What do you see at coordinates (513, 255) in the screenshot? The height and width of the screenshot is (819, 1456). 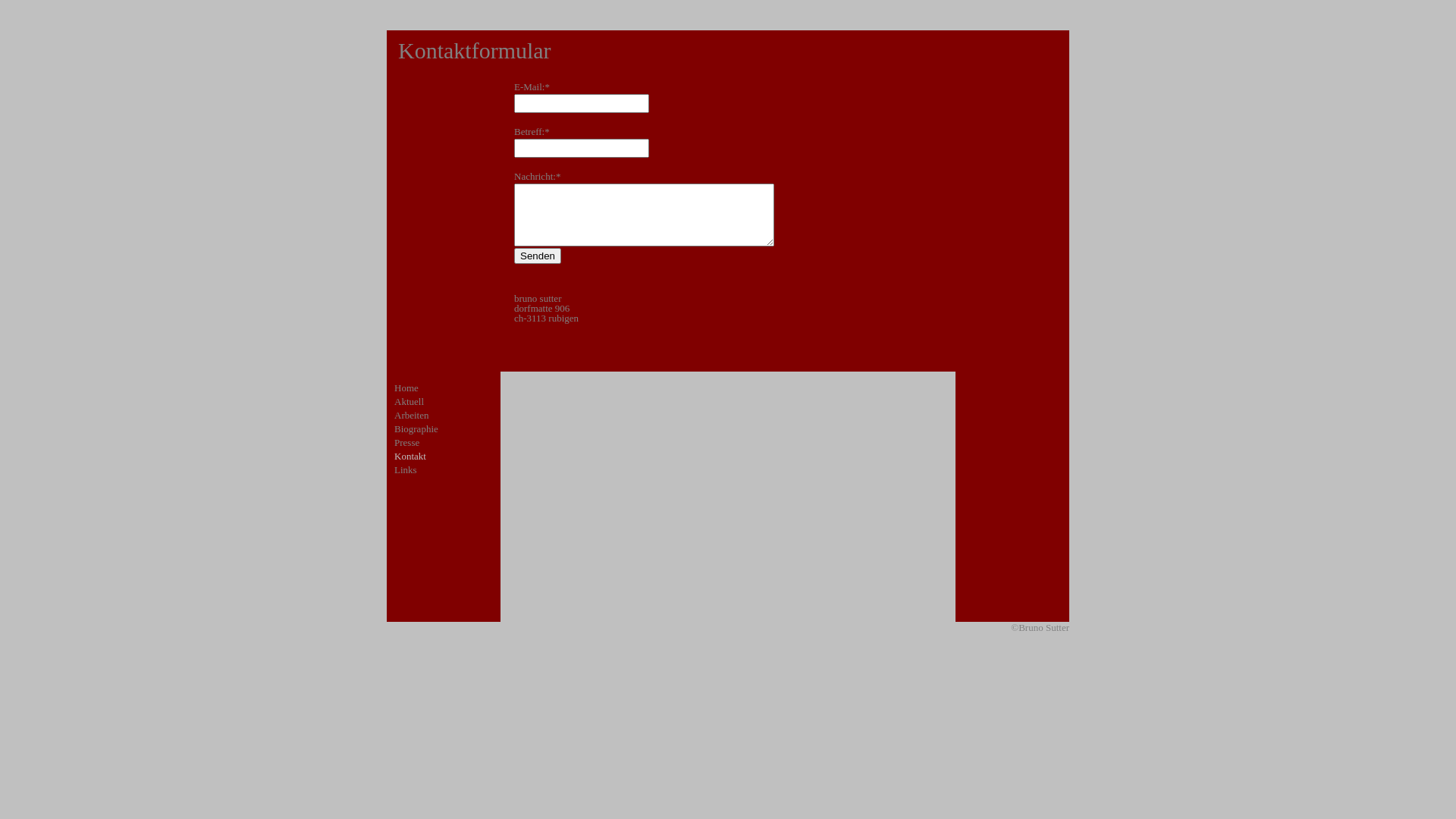 I see `'Senden'` at bounding box center [513, 255].